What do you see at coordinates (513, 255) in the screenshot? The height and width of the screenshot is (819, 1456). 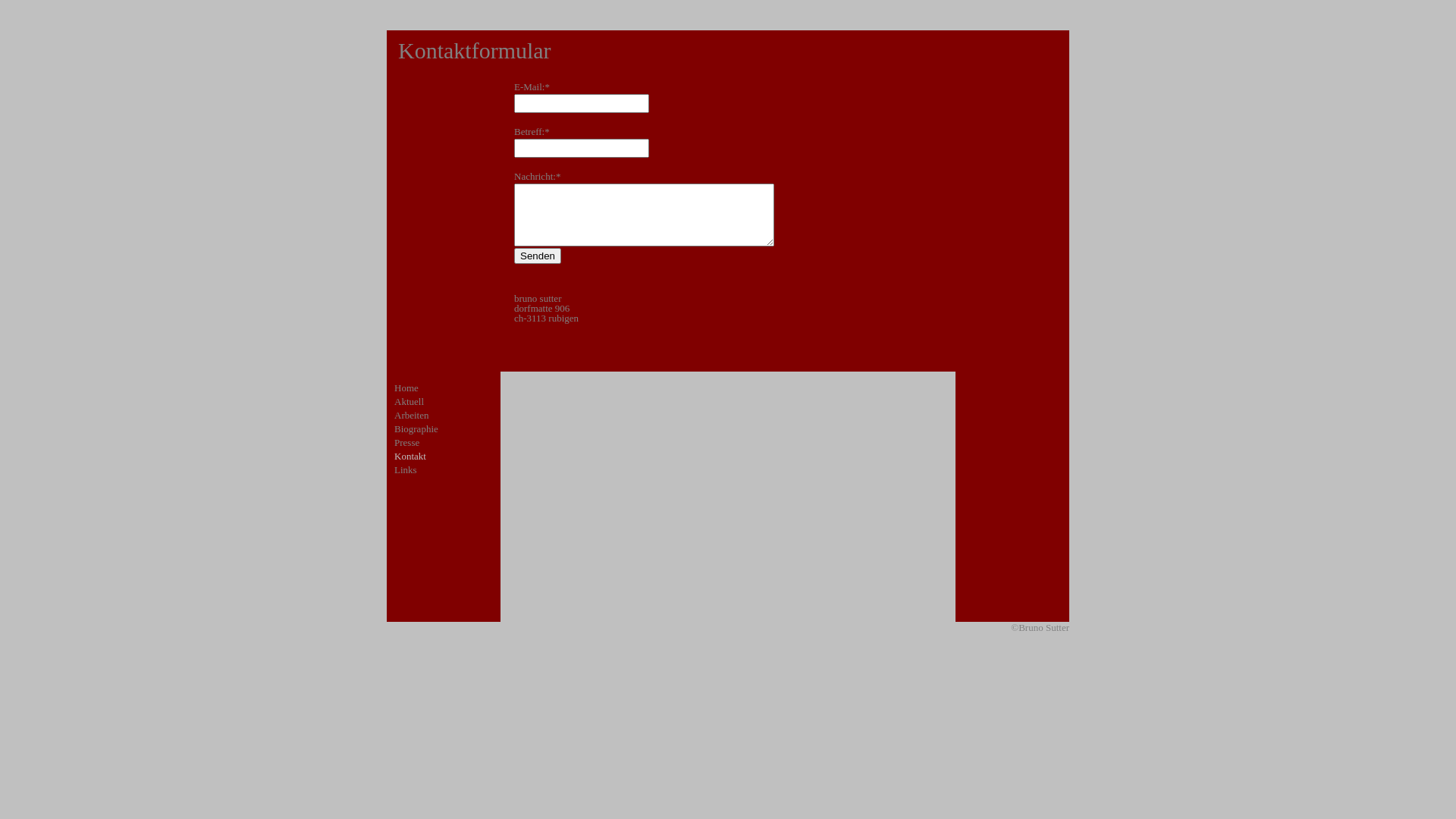 I see `'Senden'` at bounding box center [513, 255].